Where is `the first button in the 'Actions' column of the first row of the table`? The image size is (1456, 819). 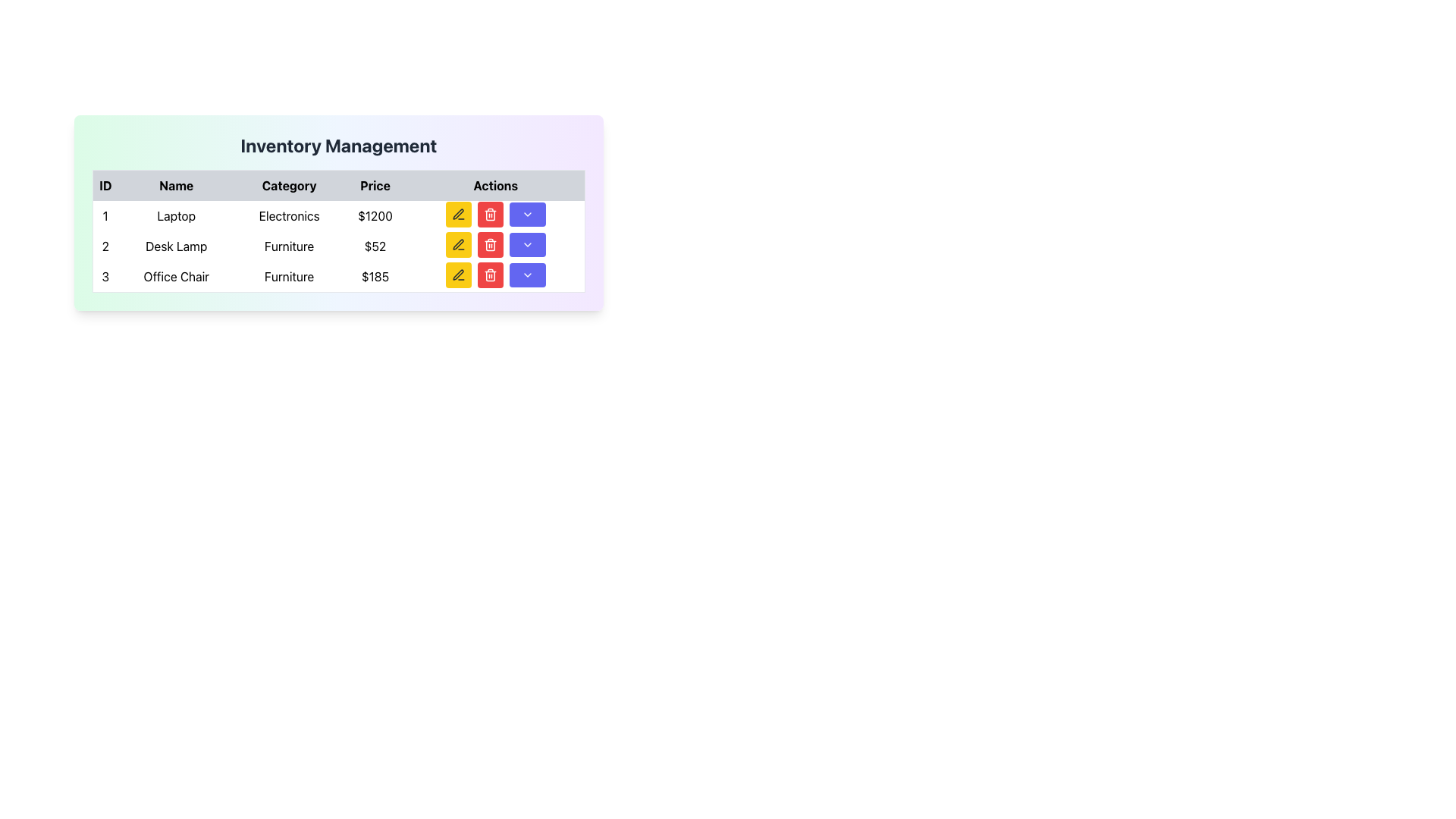
the first button in the 'Actions' column of the first row of the table is located at coordinates (457, 214).